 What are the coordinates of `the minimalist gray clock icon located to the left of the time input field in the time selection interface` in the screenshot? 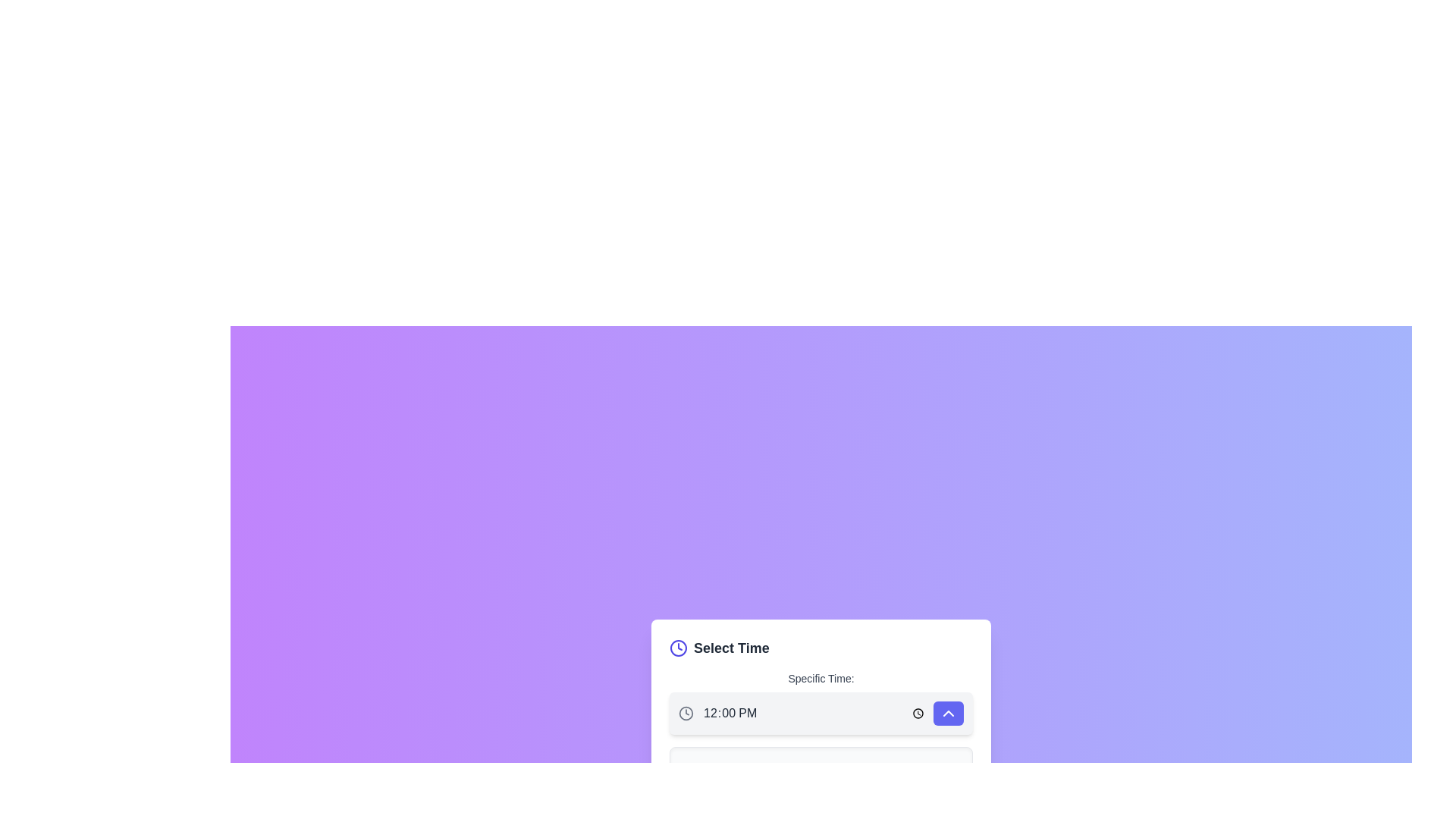 It's located at (686, 714).